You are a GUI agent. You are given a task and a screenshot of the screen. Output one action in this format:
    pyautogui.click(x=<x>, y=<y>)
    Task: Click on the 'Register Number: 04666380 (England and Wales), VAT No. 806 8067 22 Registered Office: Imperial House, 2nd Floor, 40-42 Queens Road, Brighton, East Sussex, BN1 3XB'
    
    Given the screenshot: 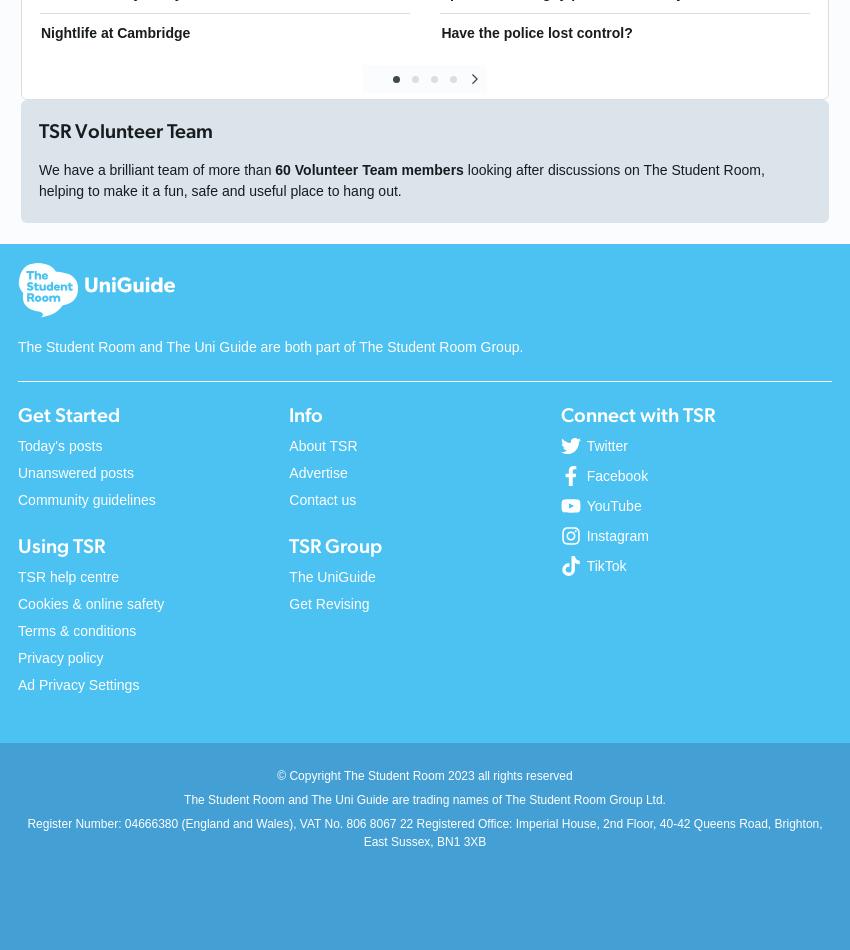 What is the action you would take?
    pyautogui.click(x=424, y=831)
    